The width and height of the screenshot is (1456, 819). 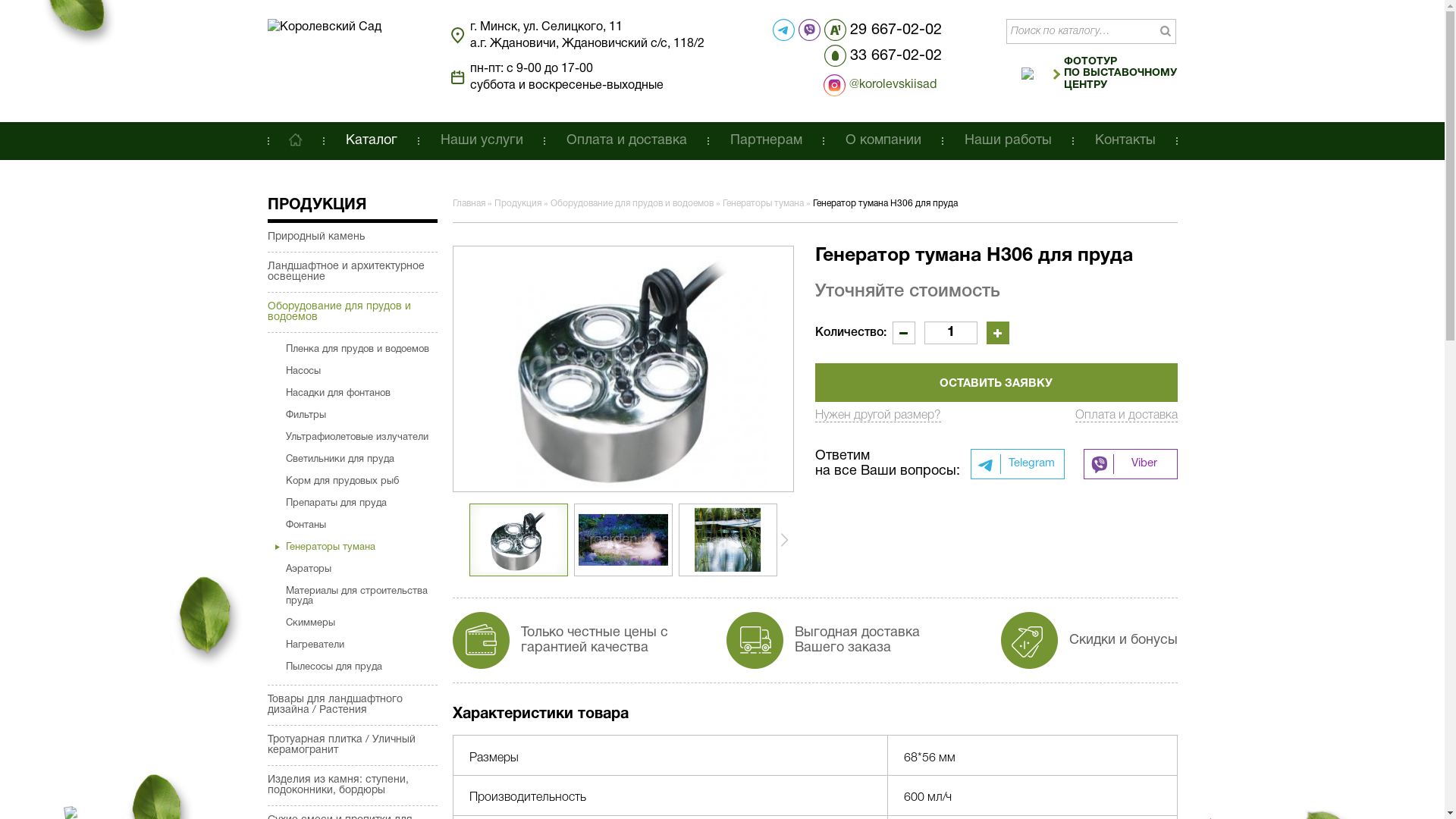 What do you see at coordinates (883, 55) in the screenshot?
I see `'33 667-02-02'` at bounding box center [883, 55].